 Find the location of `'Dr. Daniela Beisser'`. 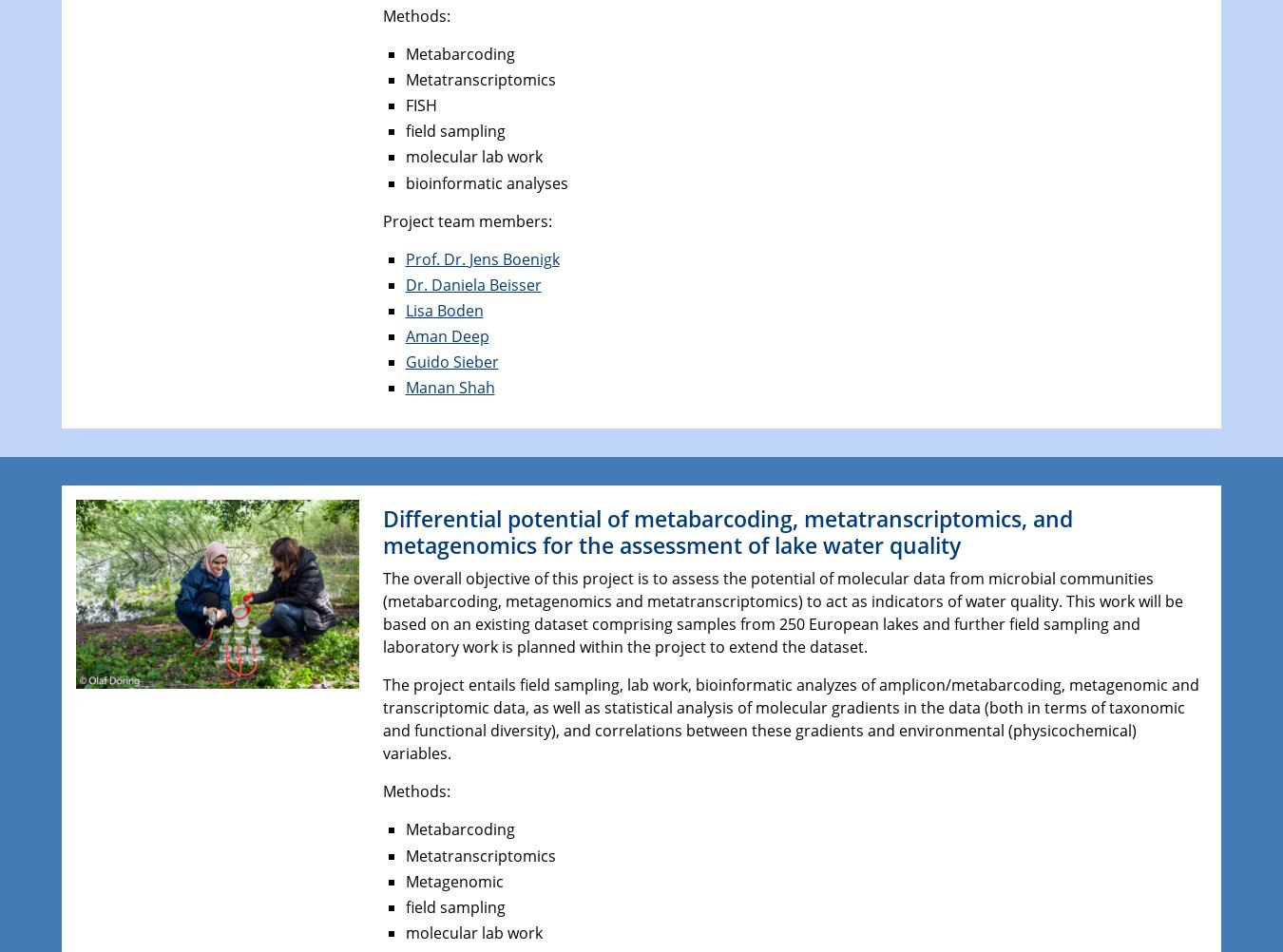

'Dr. Daniela Beisser' is located at coordinates (471, 282).